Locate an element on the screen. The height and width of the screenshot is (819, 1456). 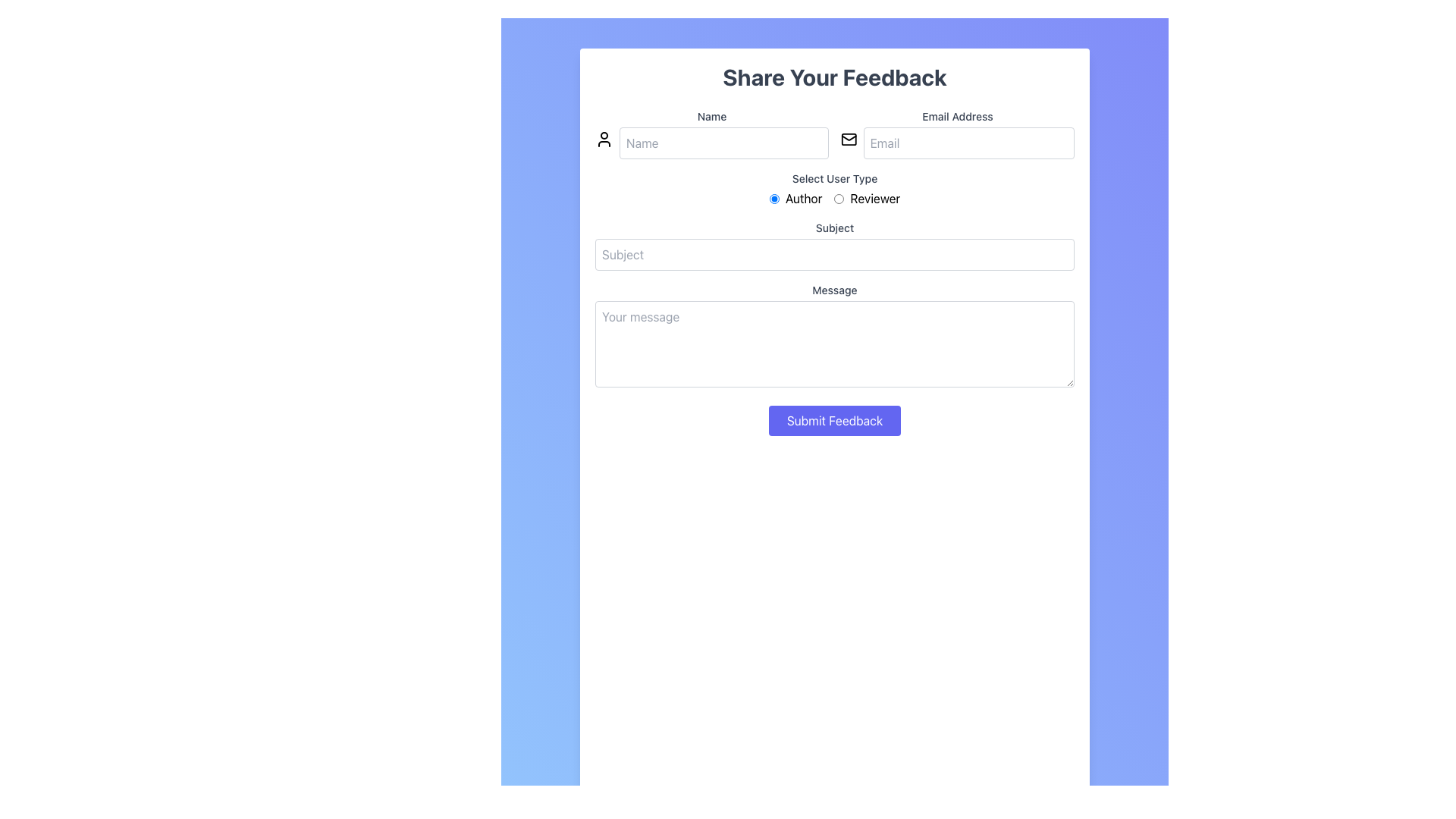
the label indicating the input field for entering a name, which is positioned above the corresponding text input field is located at coordinates (711, 116).